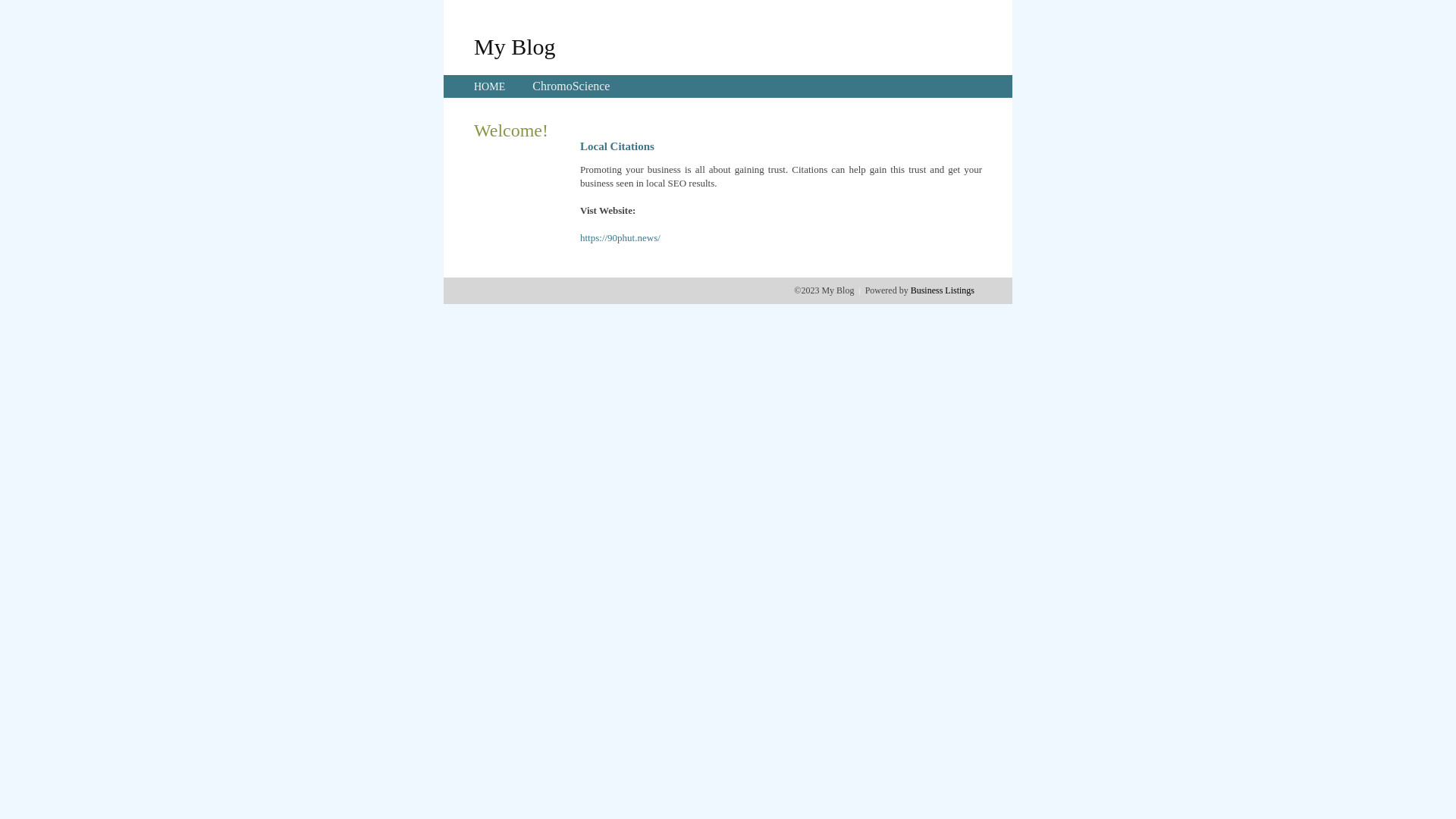  I want to click on 'Business Listings', so click(942, 290).